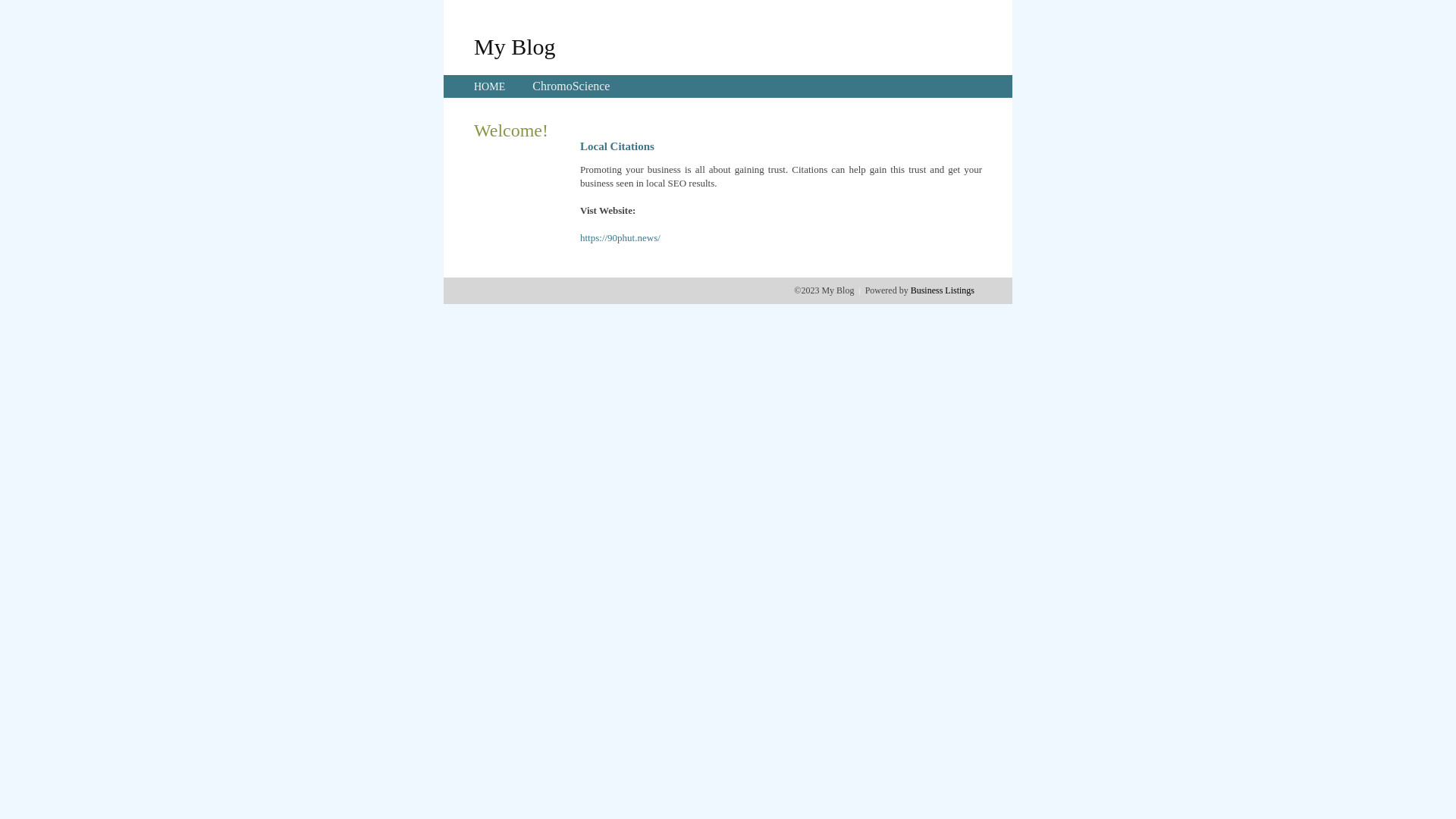  I want to click on 'Business Listings', so click(942, 290).